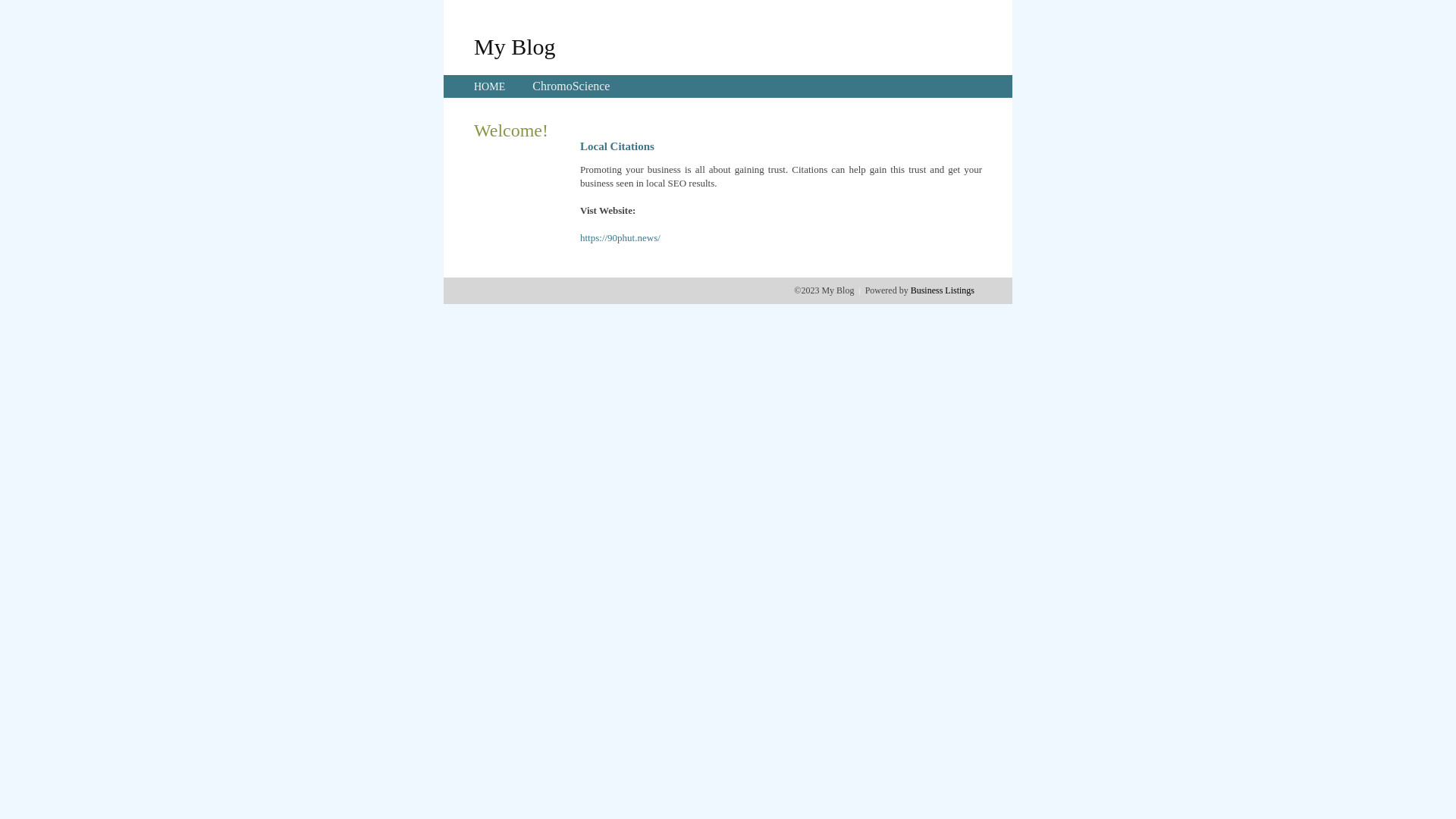  I want to click on 'Business Listings', so click(942, 290).